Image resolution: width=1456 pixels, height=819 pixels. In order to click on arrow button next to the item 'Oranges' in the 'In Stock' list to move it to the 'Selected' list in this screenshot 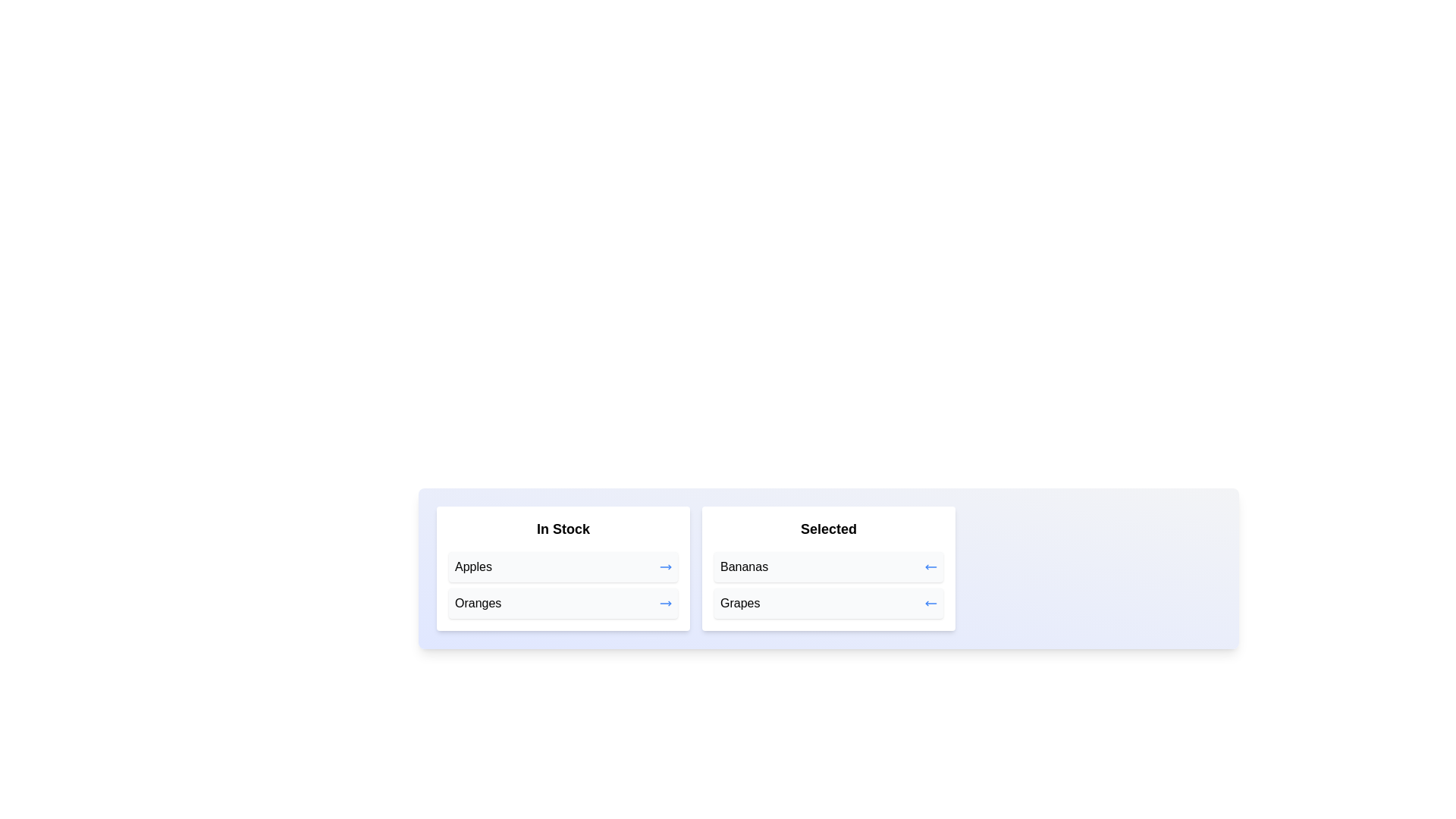, I will do `click(666, 602)`.